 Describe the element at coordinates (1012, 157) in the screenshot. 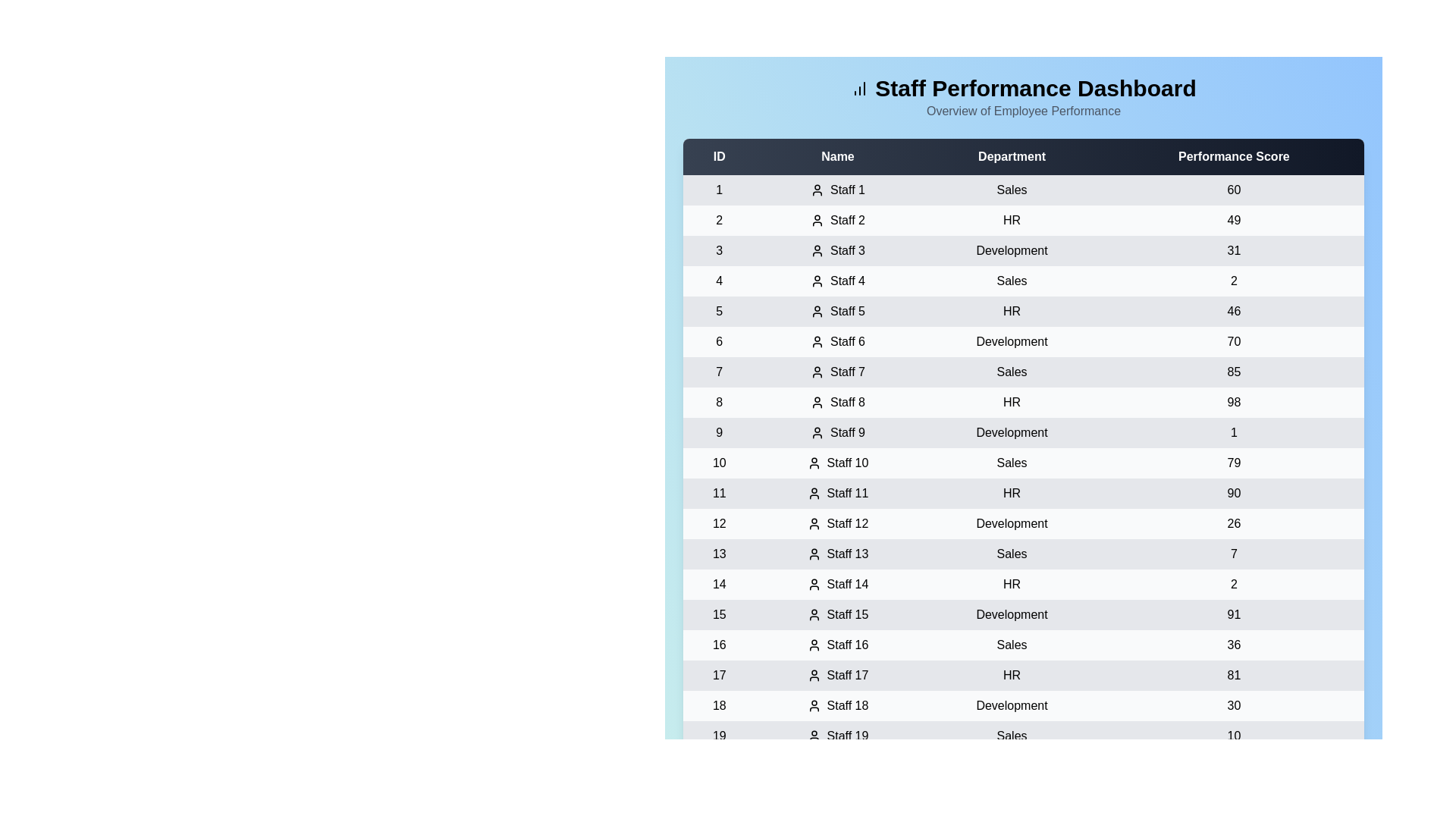

I see `the column header labeled 'Department' to sort the table by that column` at that location.